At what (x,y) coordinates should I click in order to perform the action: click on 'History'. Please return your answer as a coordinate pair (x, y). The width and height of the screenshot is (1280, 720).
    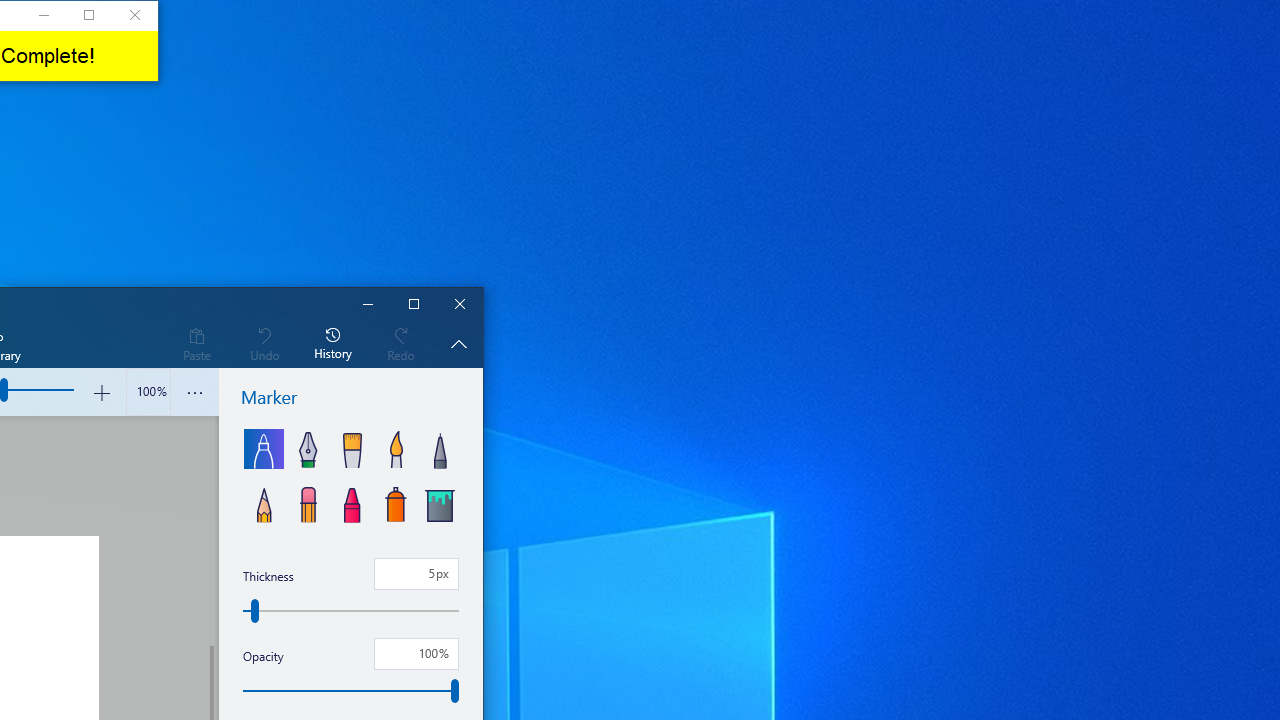
    Looking at the image, I should click on (333, 342).